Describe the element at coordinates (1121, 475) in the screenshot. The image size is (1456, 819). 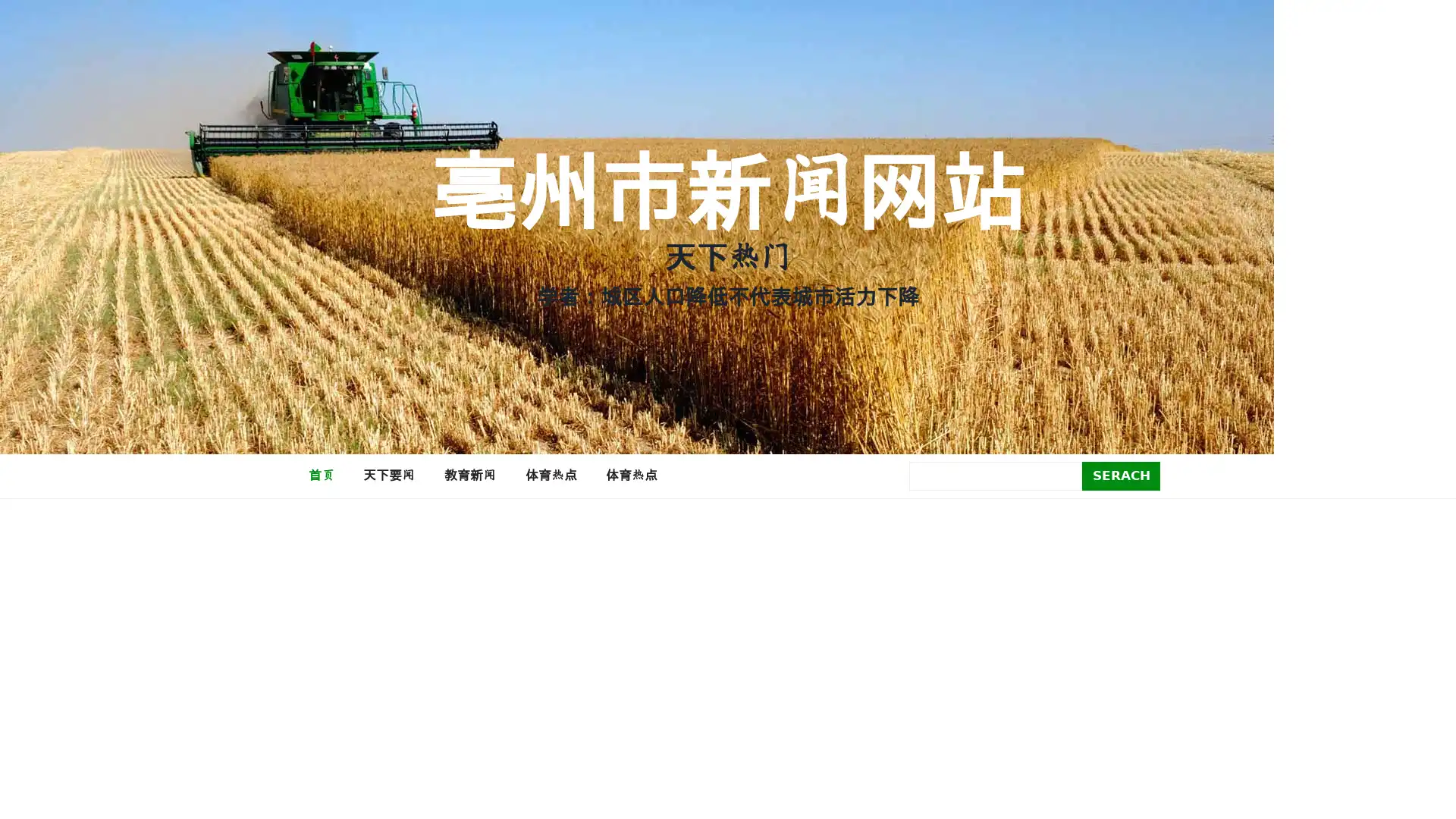
I see `serach` at that location.